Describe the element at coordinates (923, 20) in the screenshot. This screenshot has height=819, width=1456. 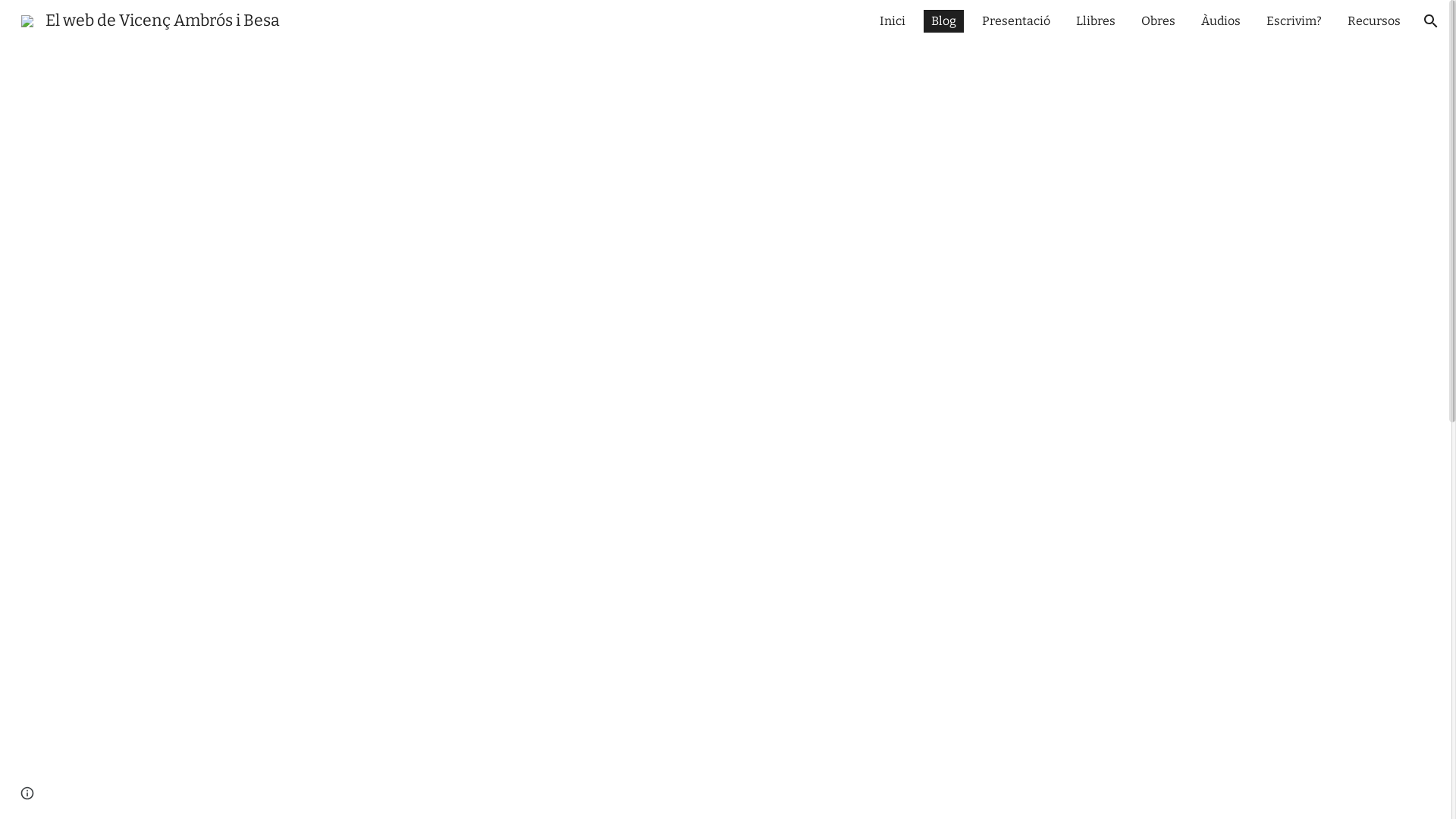
I see `'Blog'` at that location.